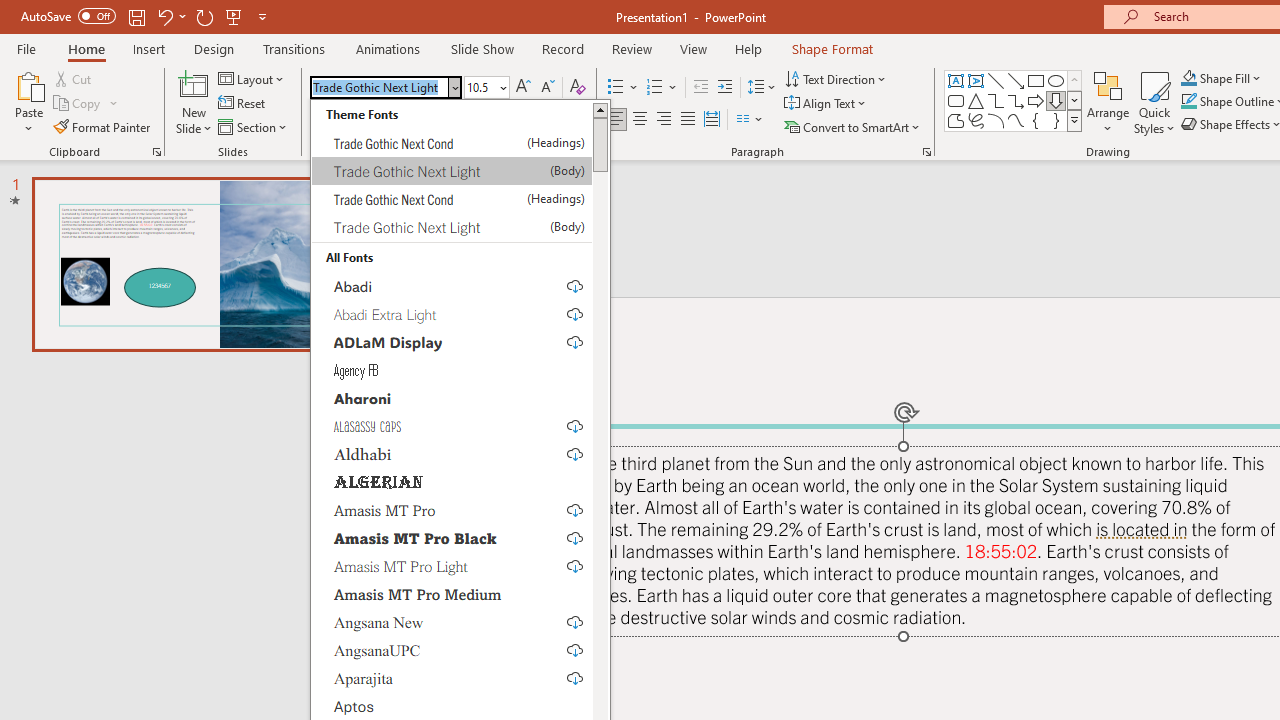 The width and height of the screenshot is (1280, 720). What do you see at coordinates (853, 127) in the screenshot?
I see `'Convert to SmartArt'` at bounding box center [853, 127].